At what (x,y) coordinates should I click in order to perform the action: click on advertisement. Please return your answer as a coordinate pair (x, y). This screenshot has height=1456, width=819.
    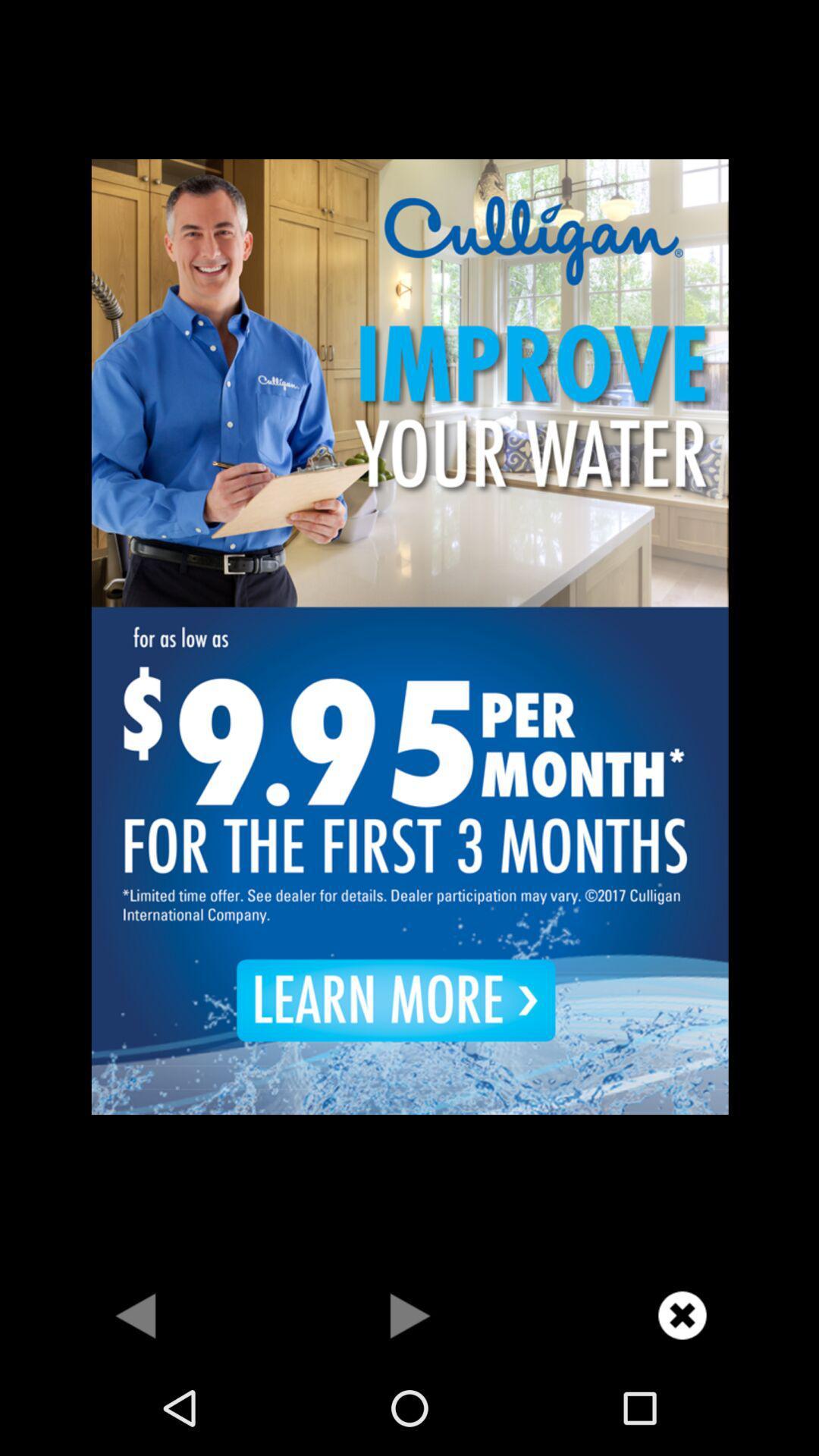
    Looking at the image, I should click on (409, 635).